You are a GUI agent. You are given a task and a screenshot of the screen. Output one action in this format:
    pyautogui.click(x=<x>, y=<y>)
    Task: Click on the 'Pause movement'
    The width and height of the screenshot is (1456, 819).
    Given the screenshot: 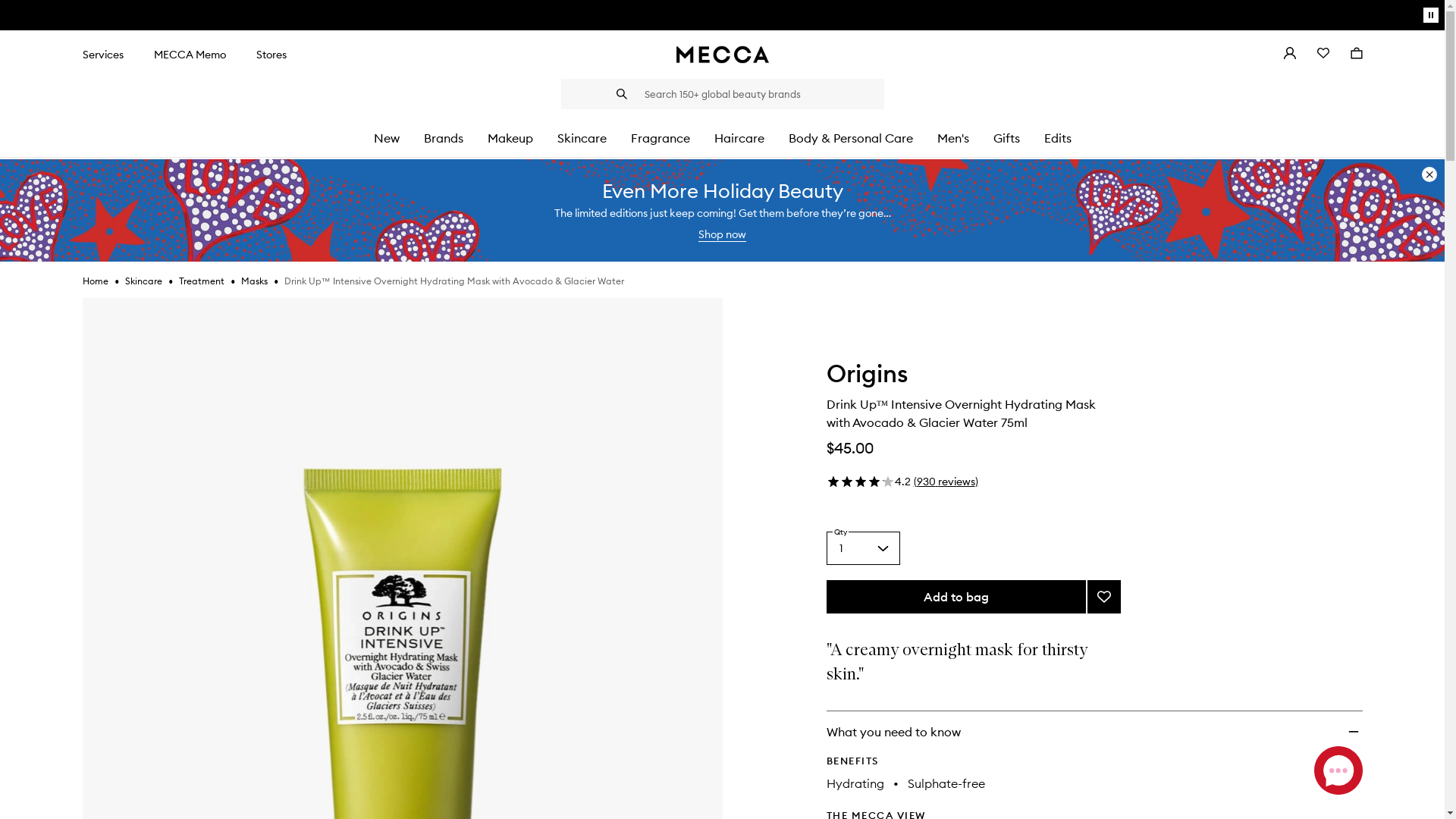 What is the action you would take?
    pyautogui.click(x=1422, y=14)
    